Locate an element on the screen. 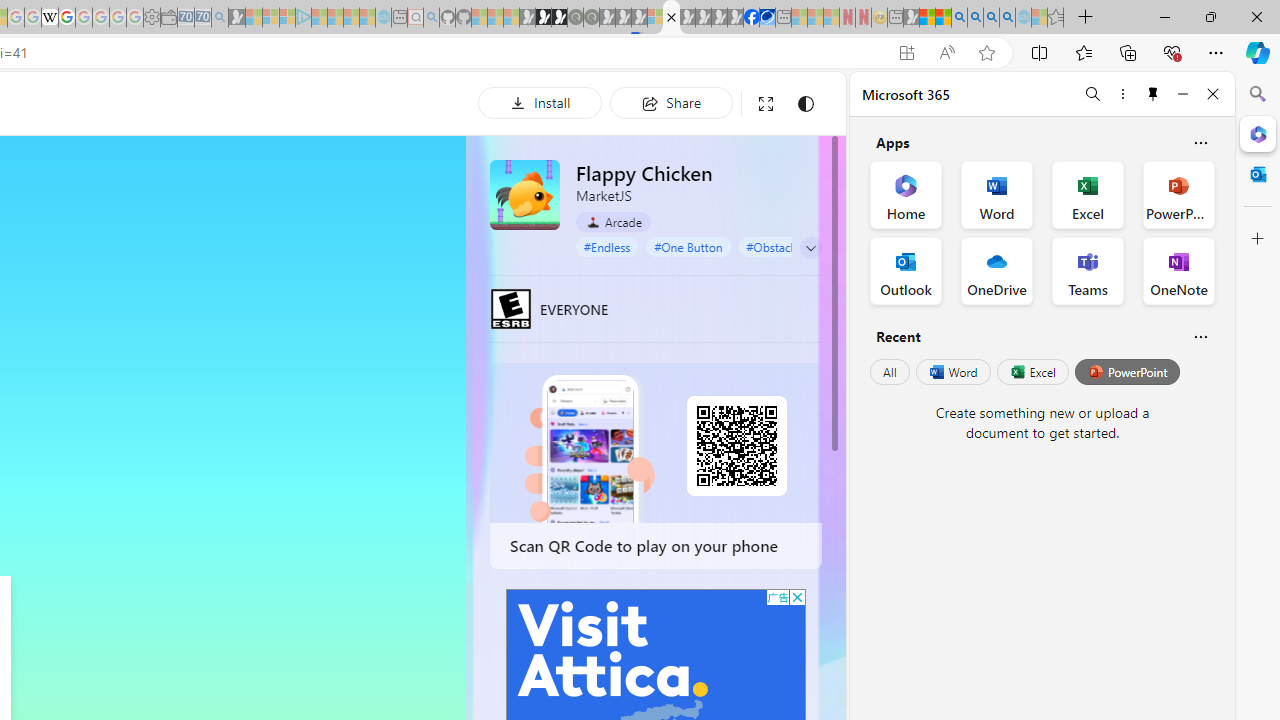  'Teams Office App' is located at coordinates (1087, 271).